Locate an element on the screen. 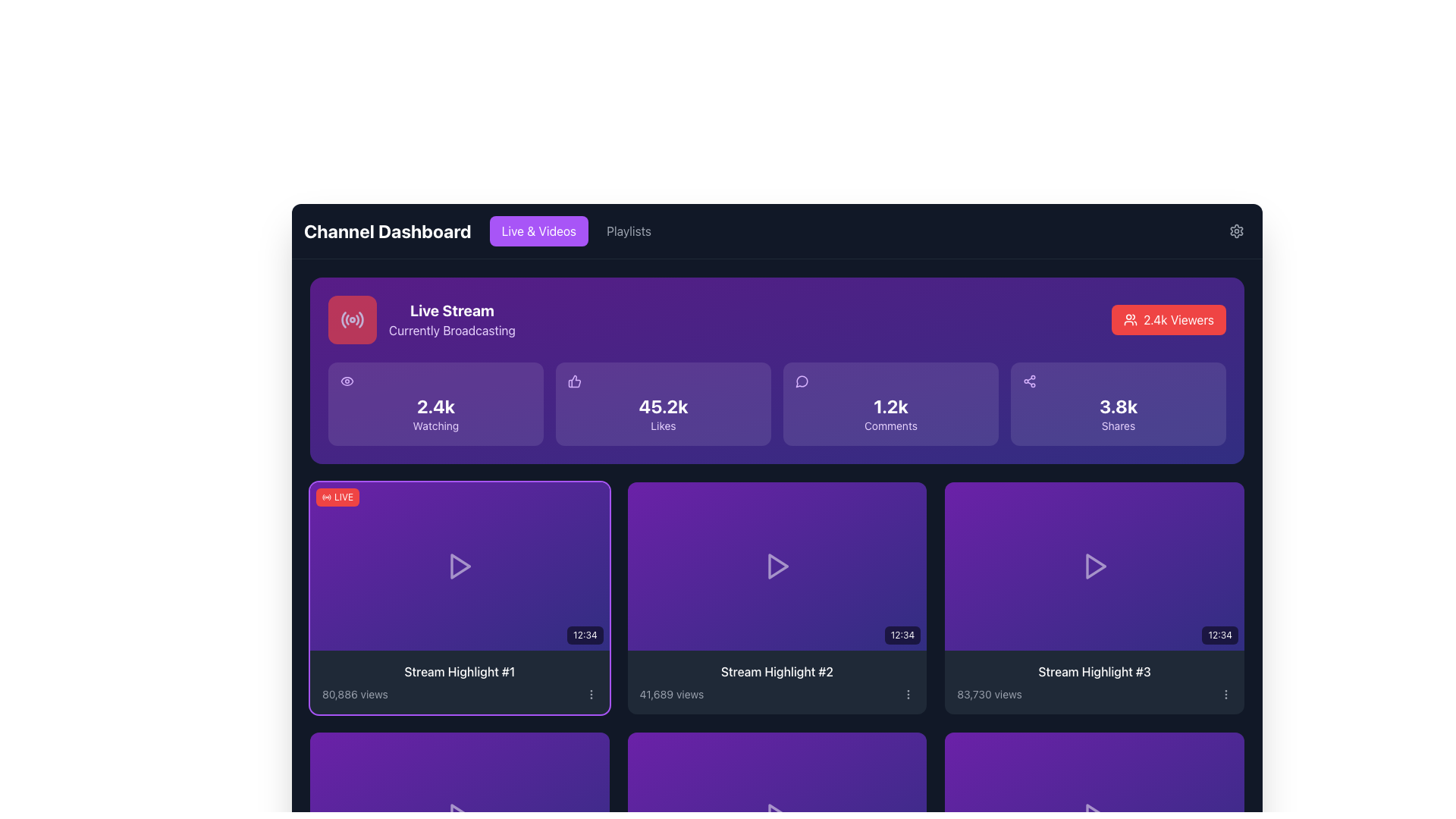  the Text Label that serves as the title for a video highlight, located at the bottom of the second card in a grid layout is located at coordinates (777, 671).